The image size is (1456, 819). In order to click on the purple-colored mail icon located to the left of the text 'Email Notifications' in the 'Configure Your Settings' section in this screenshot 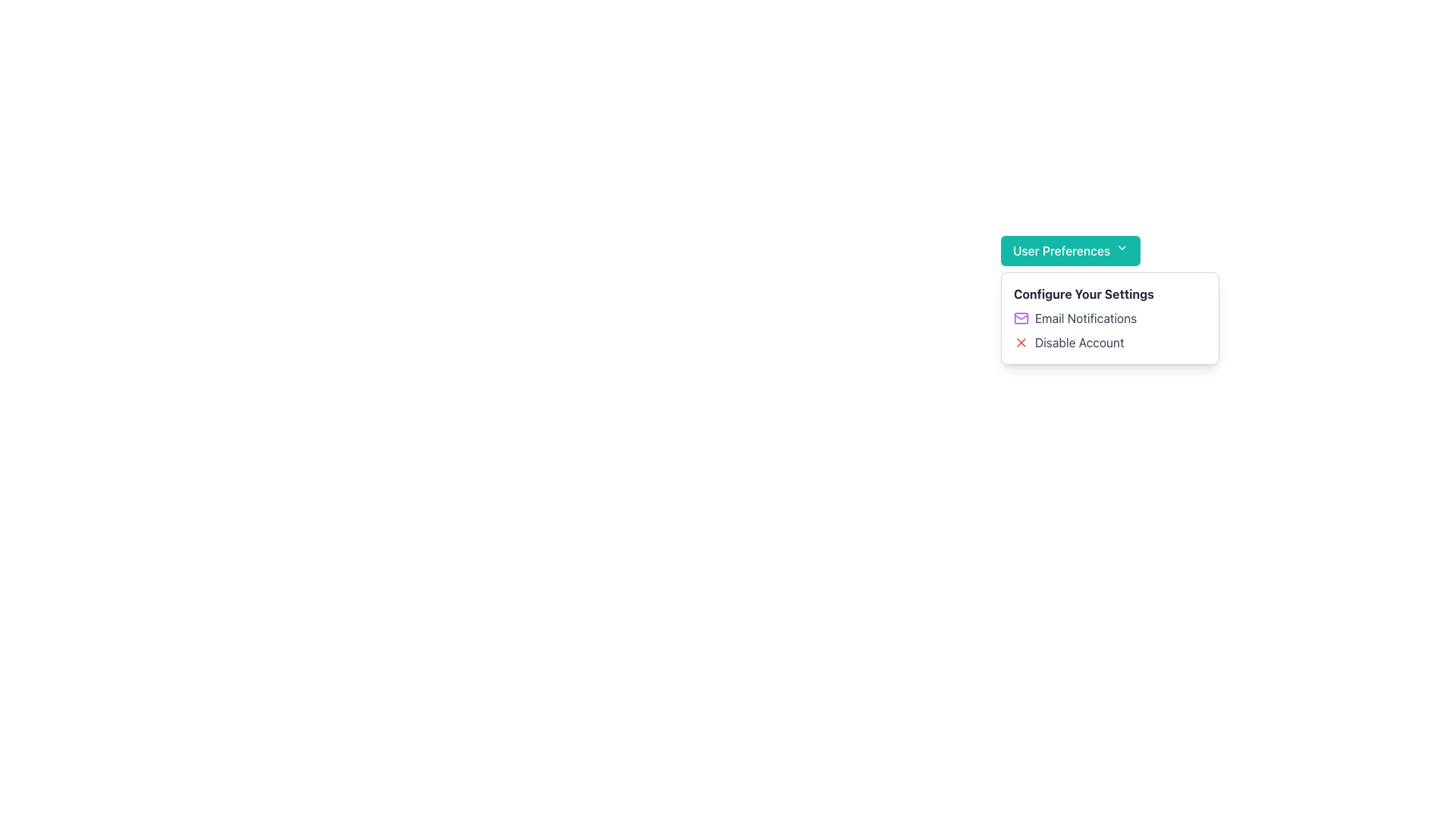, I will do `click(1021, 318)`.